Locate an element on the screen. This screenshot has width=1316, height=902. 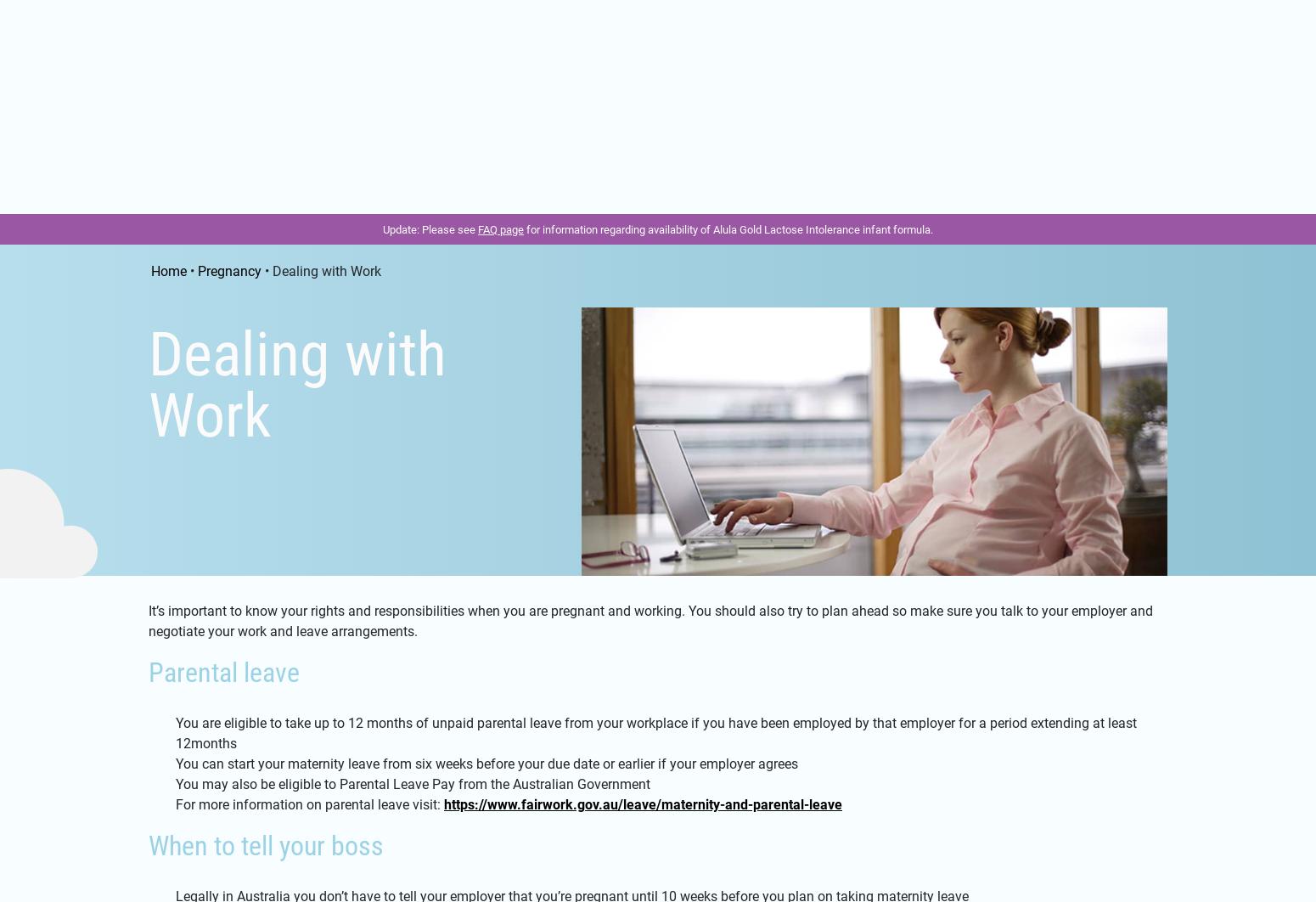
'Increase child and maternal health and development' is located at coordinates (332, 375).